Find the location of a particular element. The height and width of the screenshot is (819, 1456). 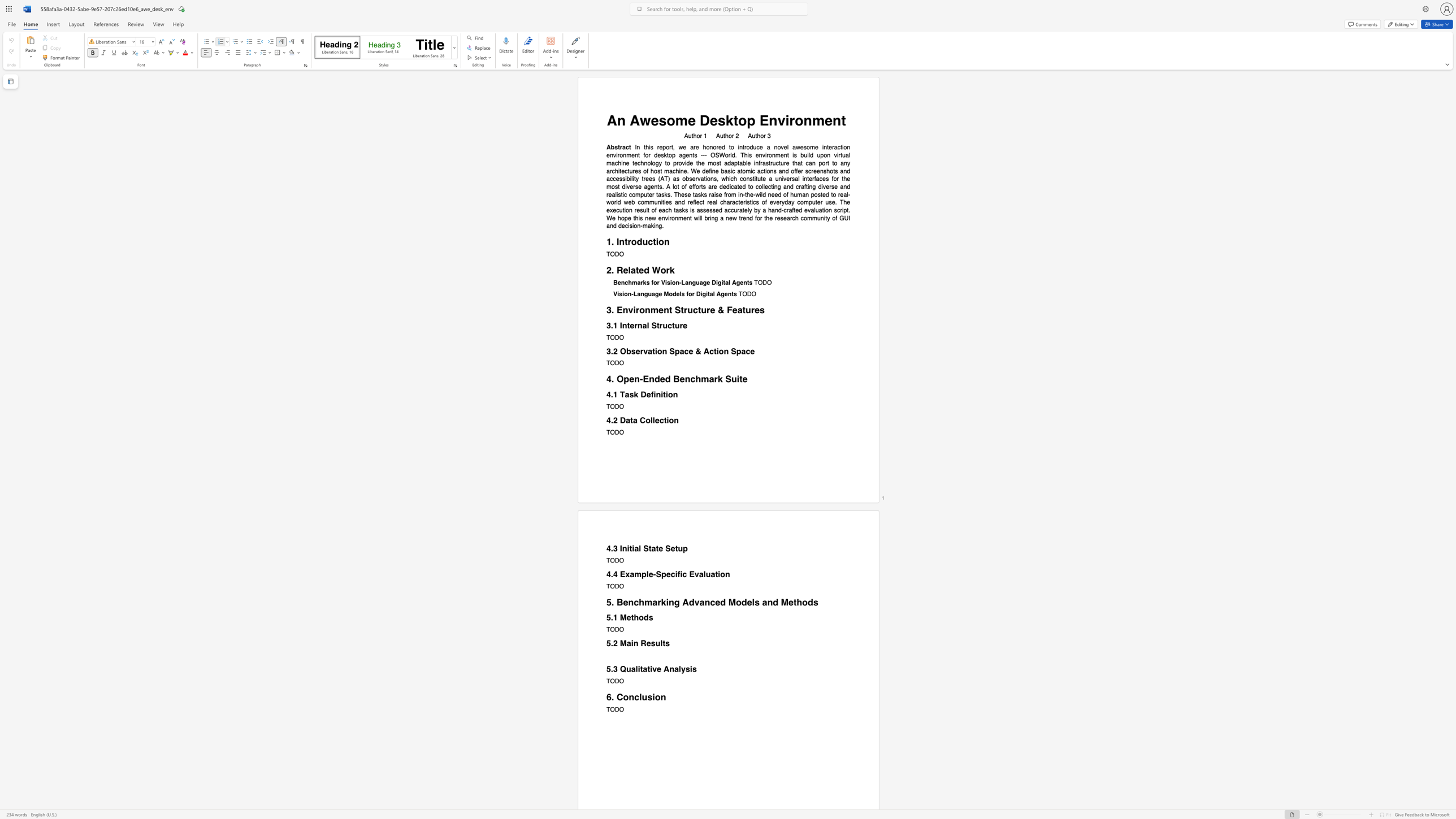

the 1th character "l" in the text is located at coordinates (753, 602).